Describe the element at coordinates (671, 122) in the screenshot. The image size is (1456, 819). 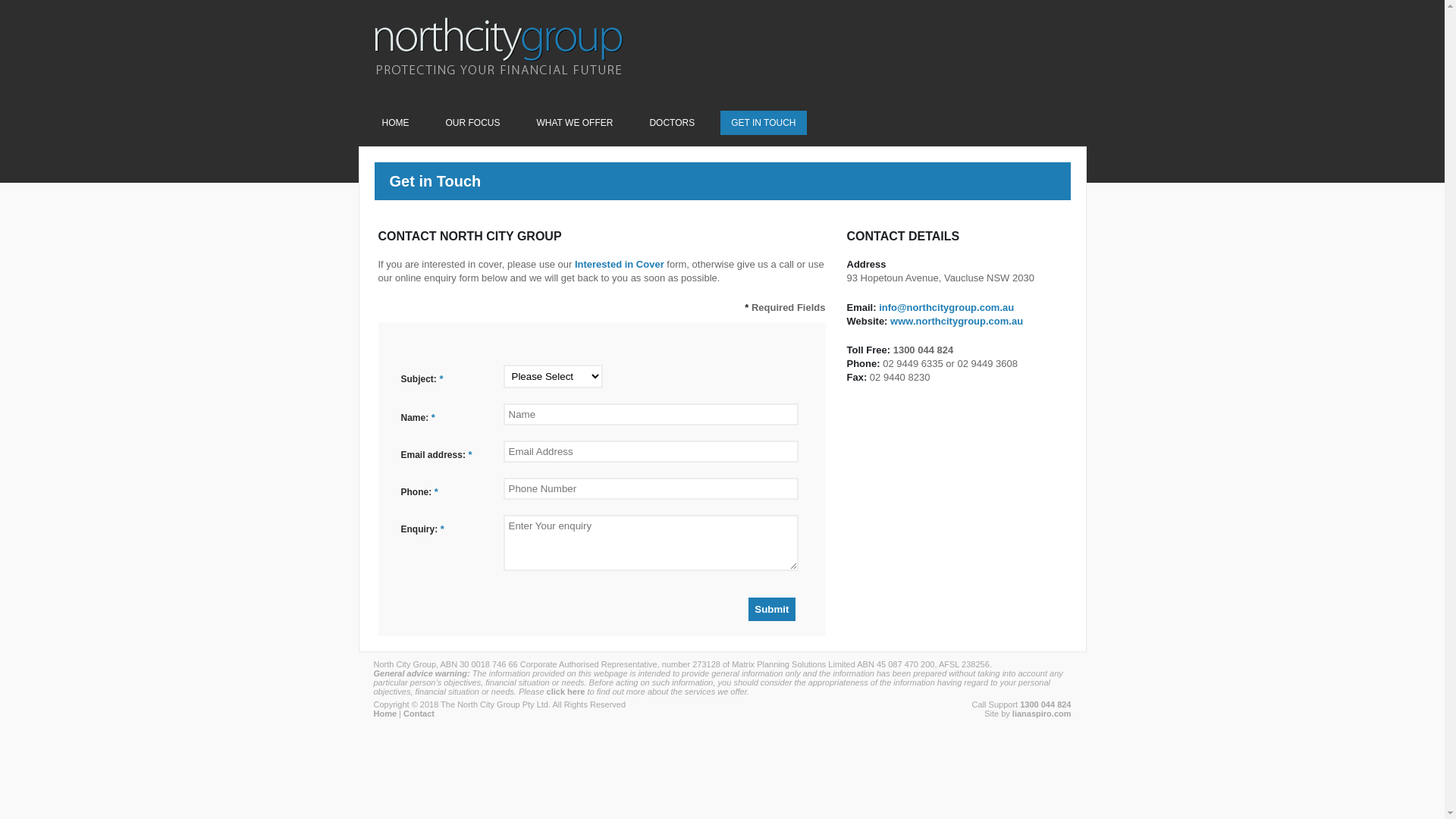
I see `'DOCTORS'` at that location.